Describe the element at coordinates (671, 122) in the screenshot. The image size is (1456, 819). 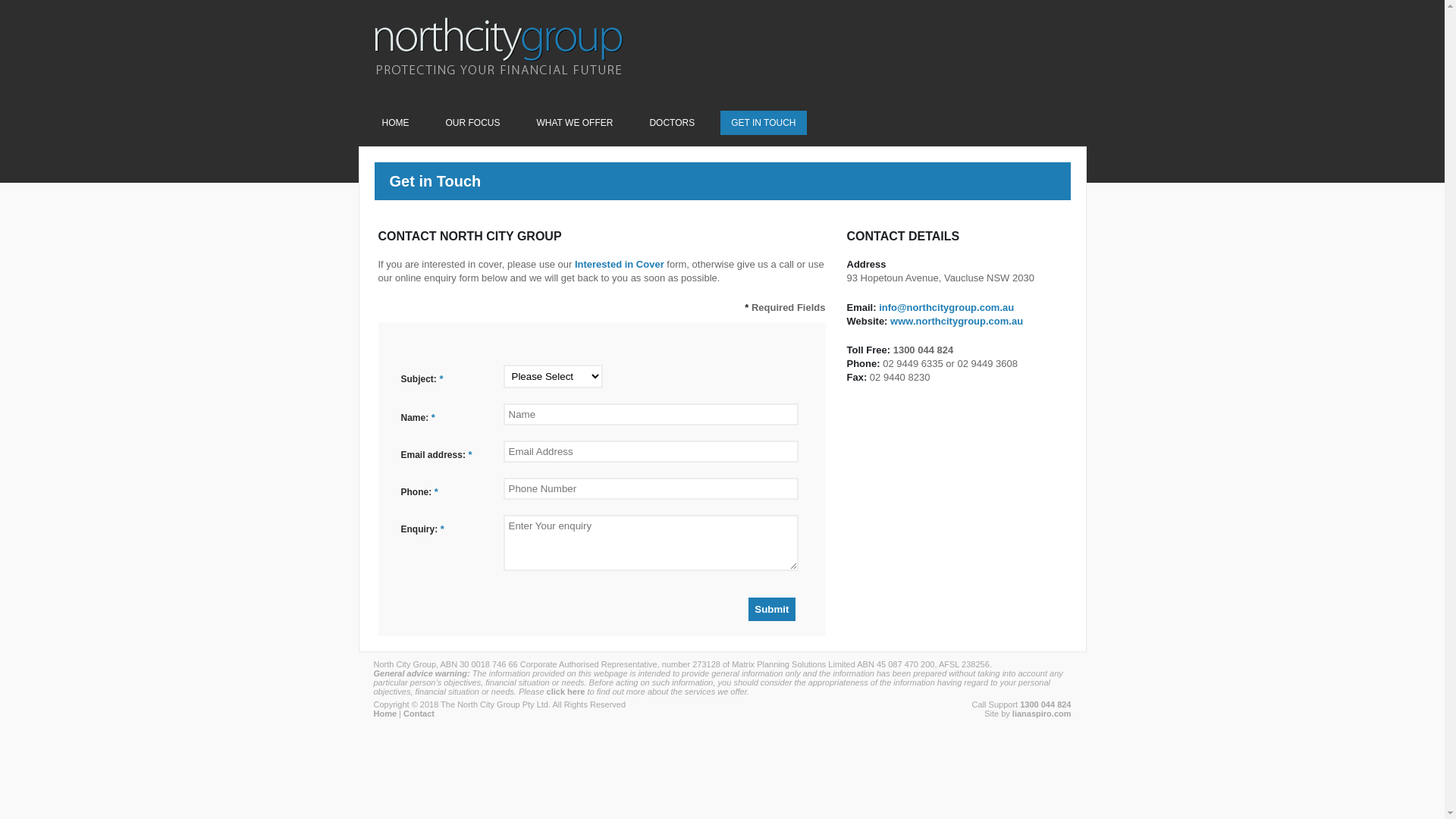
I see `'DOCTORS'` at that location.